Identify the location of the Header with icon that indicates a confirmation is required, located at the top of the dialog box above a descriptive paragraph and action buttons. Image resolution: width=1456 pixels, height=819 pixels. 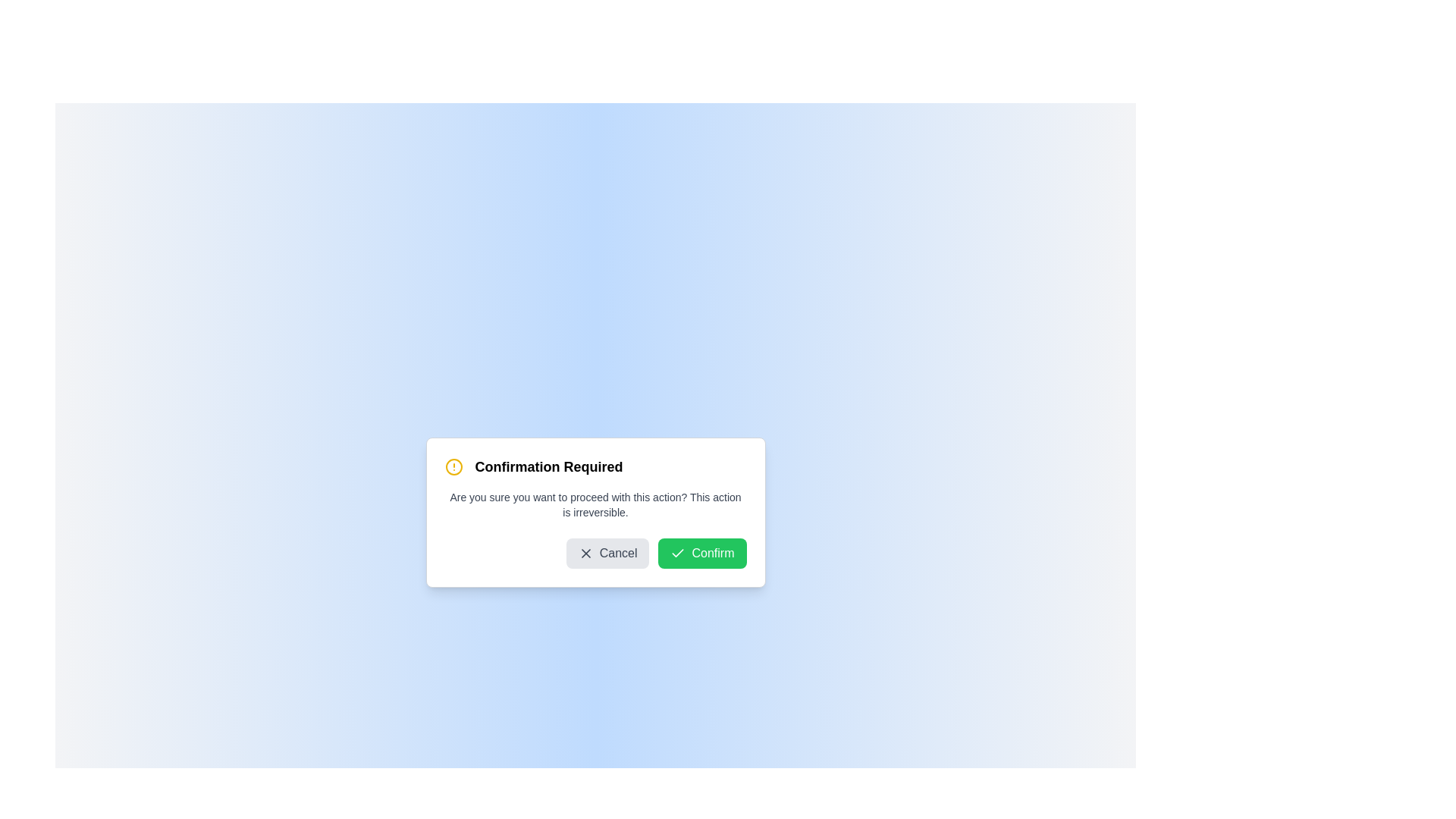
(595, 466).